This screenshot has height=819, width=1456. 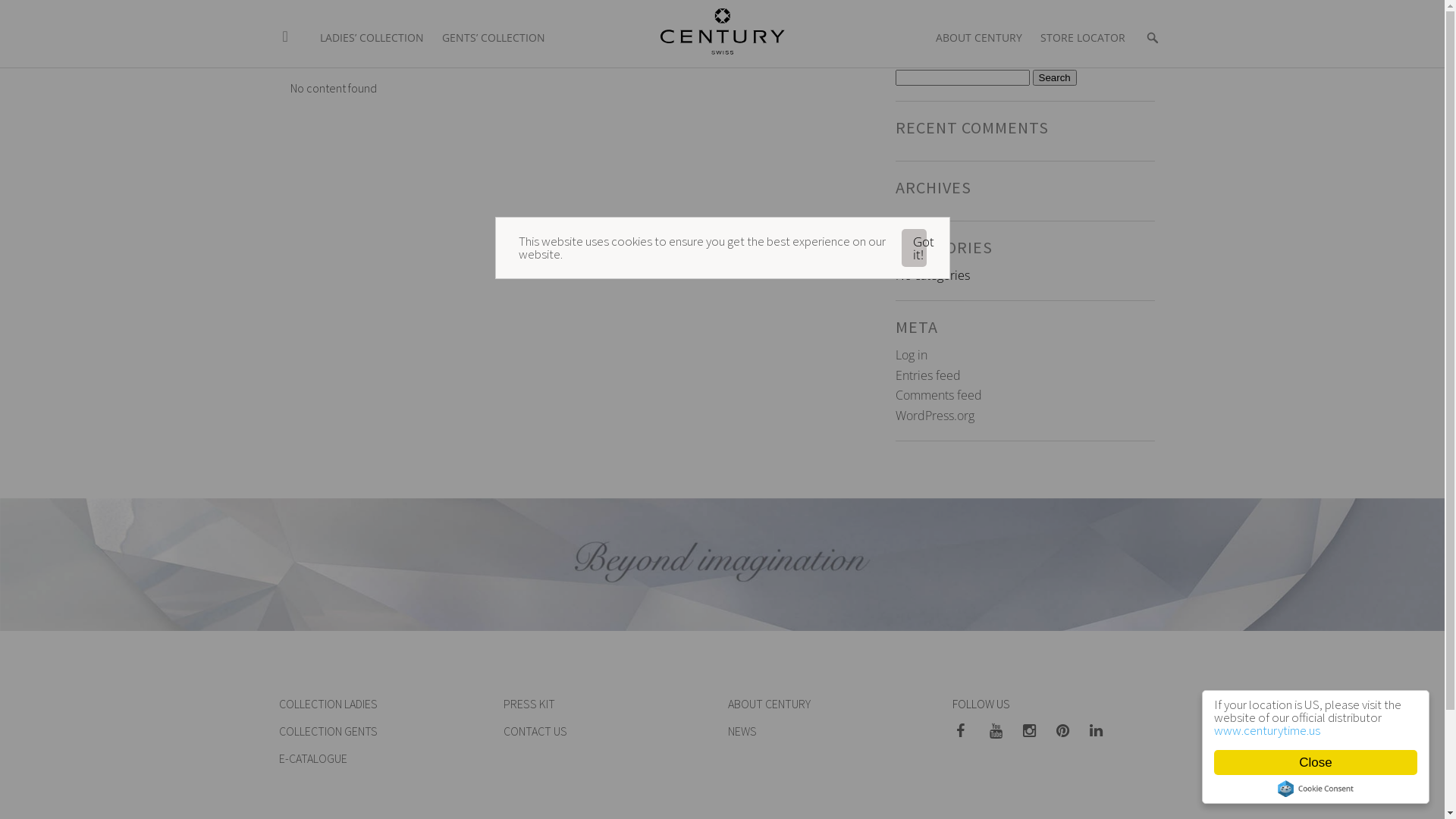 I want to click on 'COLLECTION GENTS', so click(x=327, y=730).